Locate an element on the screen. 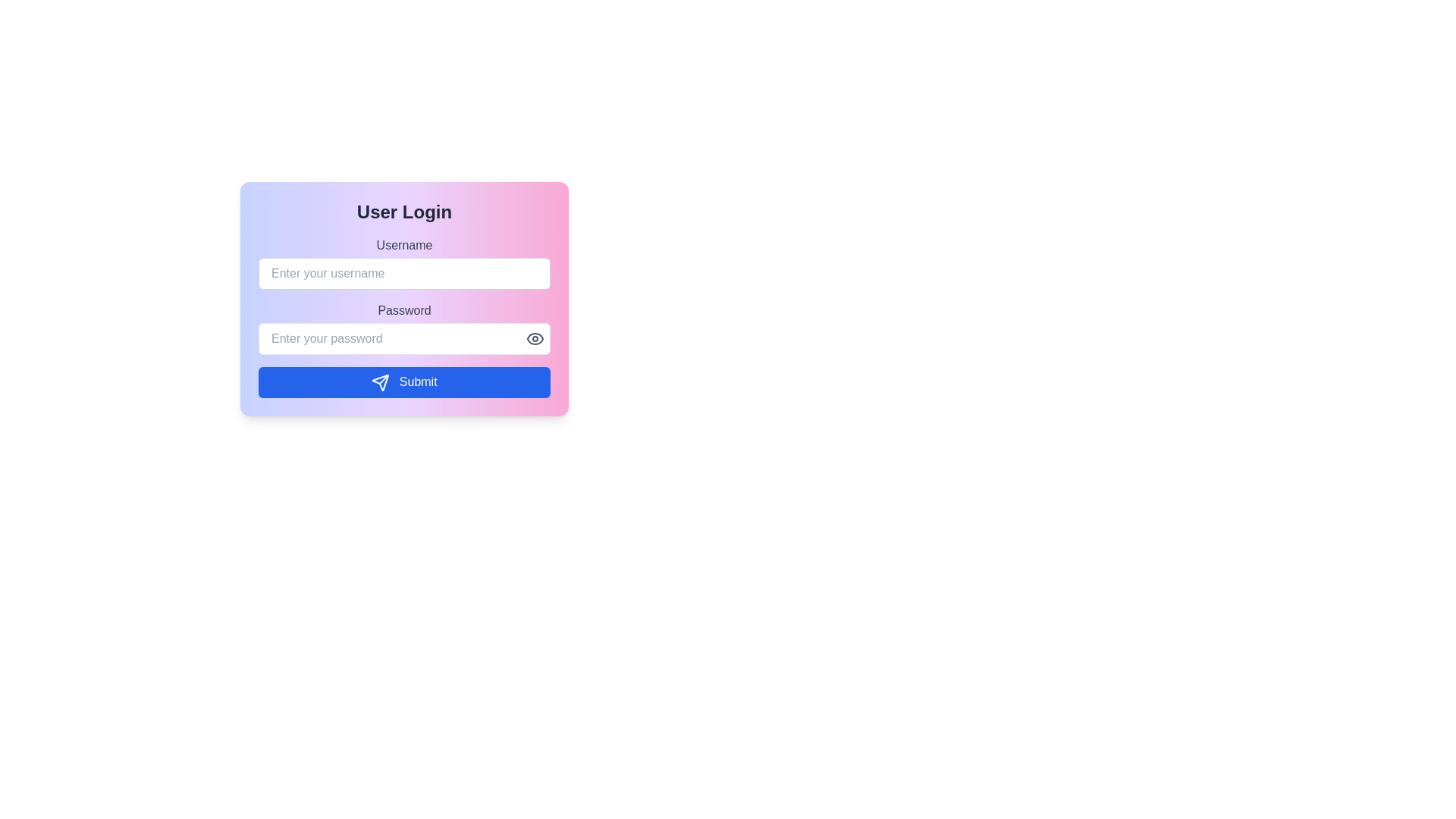 This screenshot has height=819, width=1456. the visibility toggle button for the password input field is located at coordinates (535, 338).